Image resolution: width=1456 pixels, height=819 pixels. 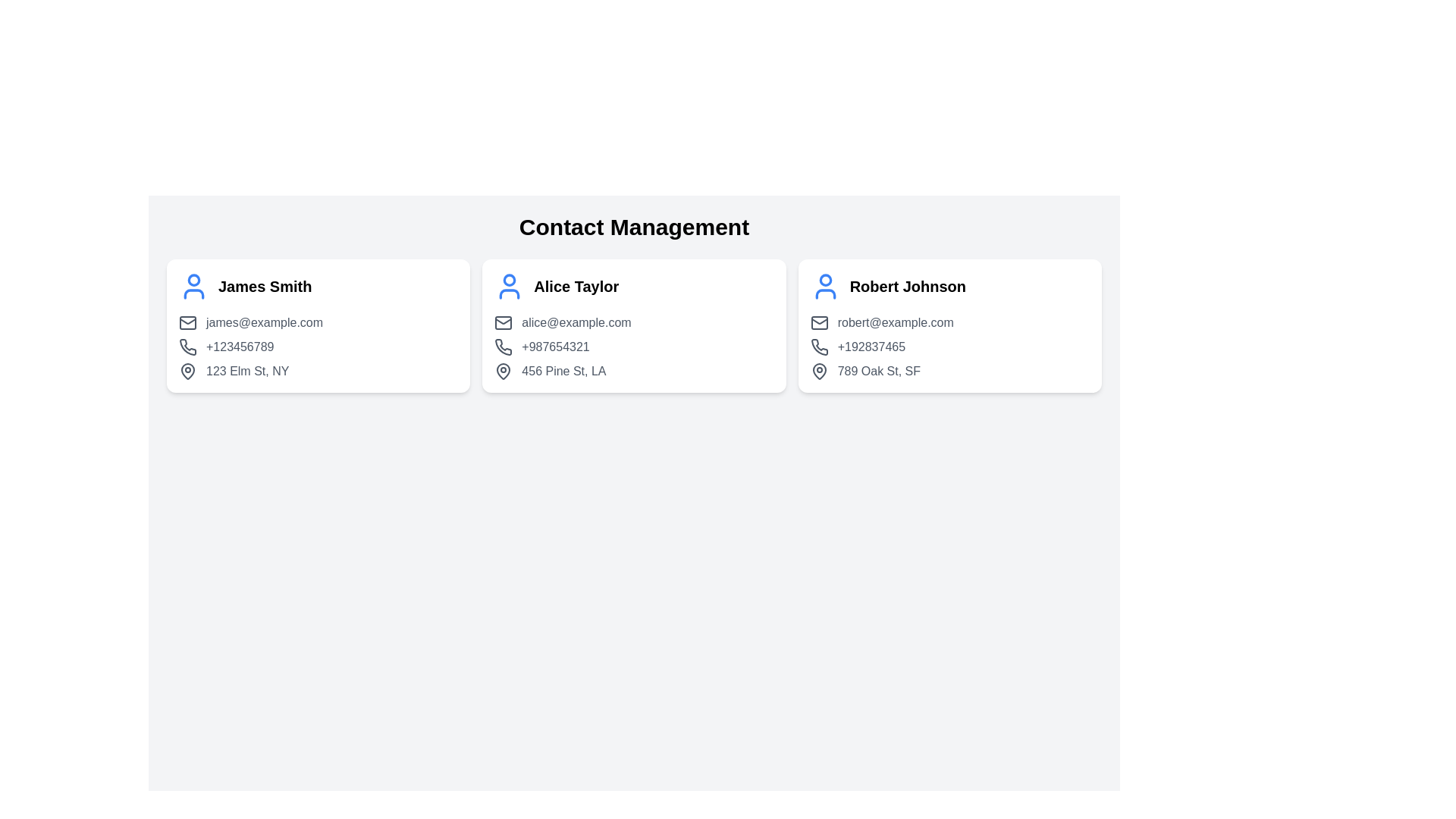 I want to click on the email address displayed in light gray font, which is preceded by an envelope icon and is part of the contact information section for 'Robert Johnson', so click(x=949, y=322).